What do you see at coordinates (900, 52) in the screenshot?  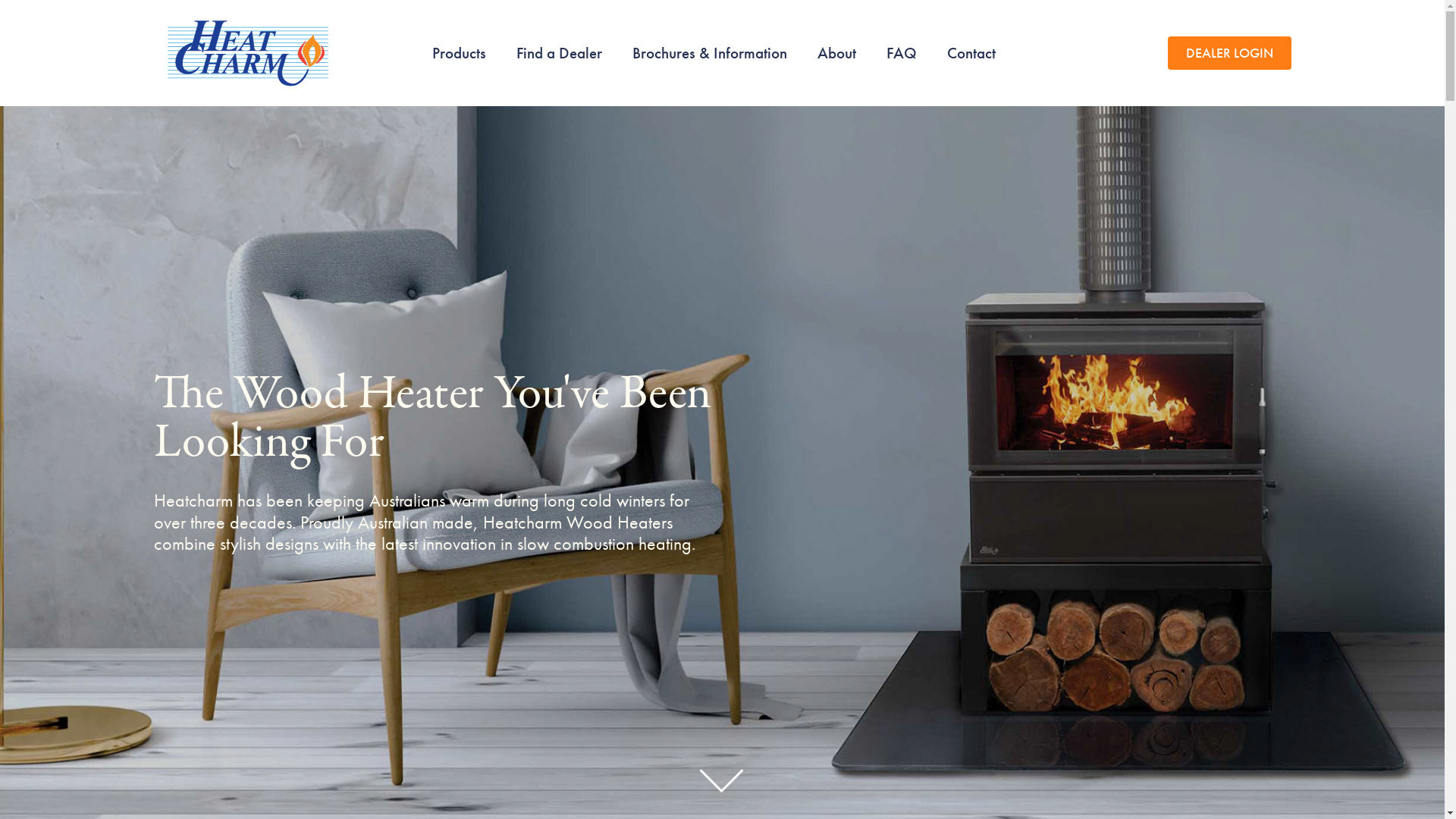 I see `'FAQ'` at bounding box center [900, 52].